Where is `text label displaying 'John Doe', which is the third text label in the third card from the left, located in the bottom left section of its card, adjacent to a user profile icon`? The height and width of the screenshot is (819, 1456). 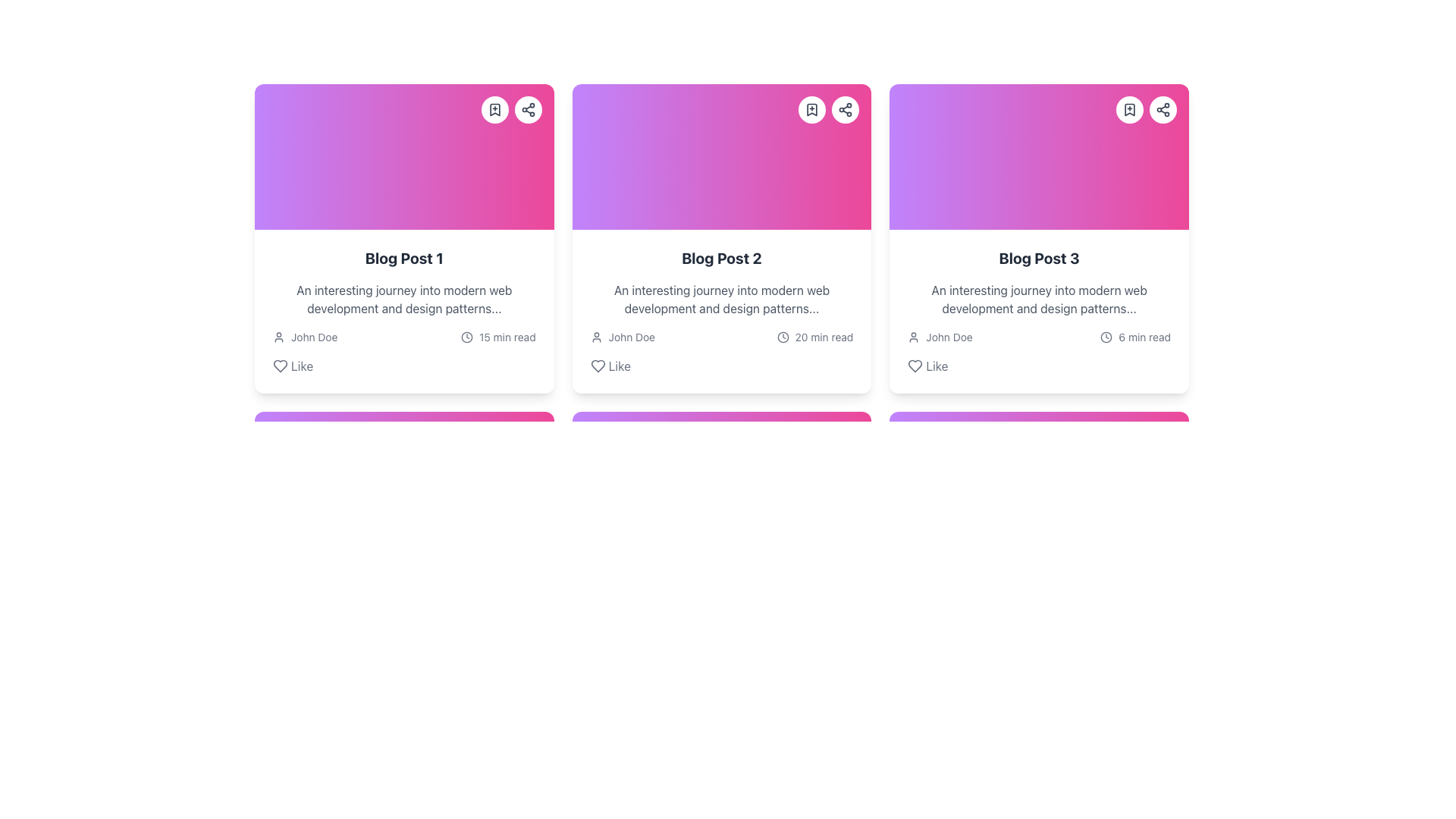 text label displaying 'John Doe', which is the third text label in the third card from the left, located in the bottom left section of its card, adjacent to a user profile icon is located at coordinates (949, 336).